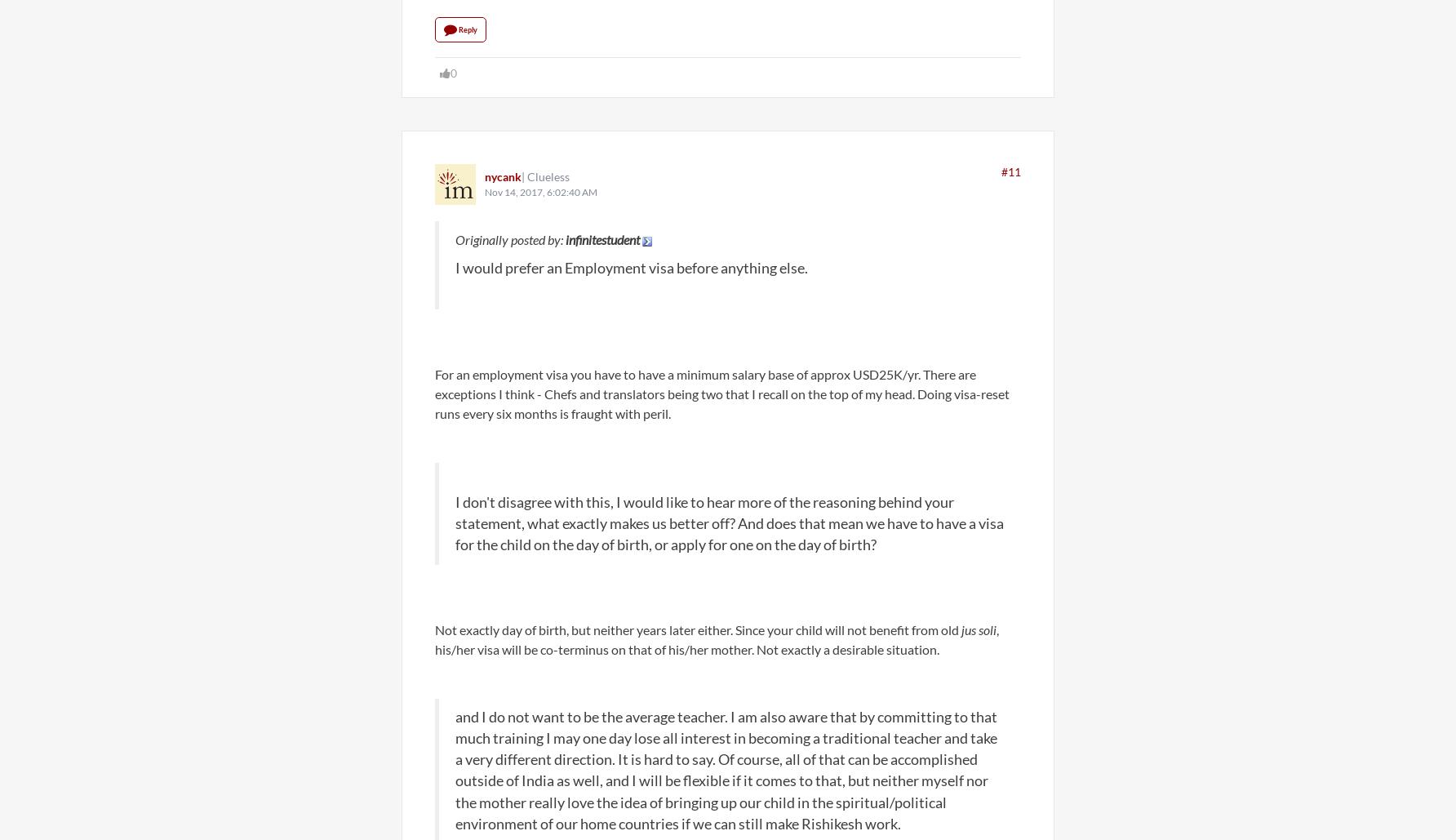  What do you see at coordinates (697, 629) in the screenshot?
I see `'Not exactly day of birth, but neither years later either. Since your child will not benefit from old'` at bounding box center [697, 629].